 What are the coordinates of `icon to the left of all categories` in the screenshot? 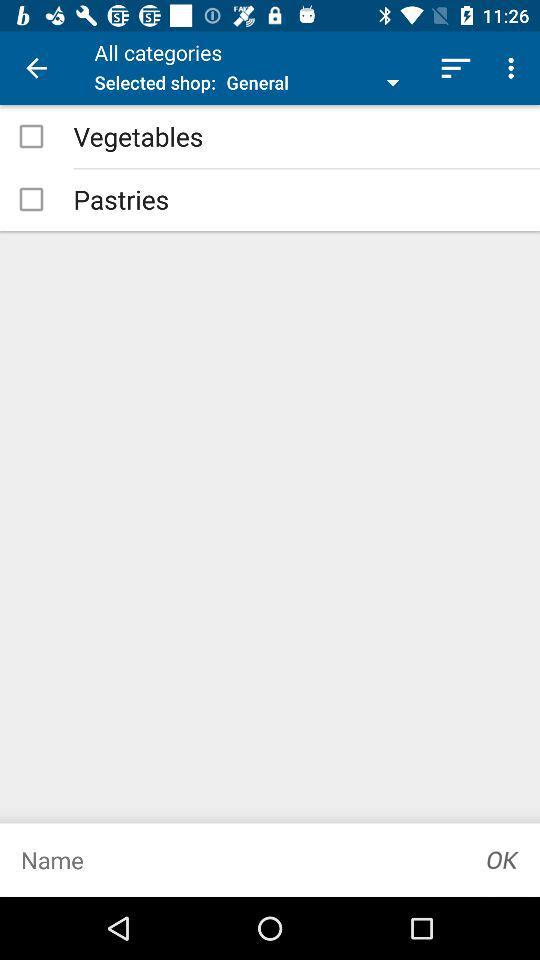 It's located at (36, 68).